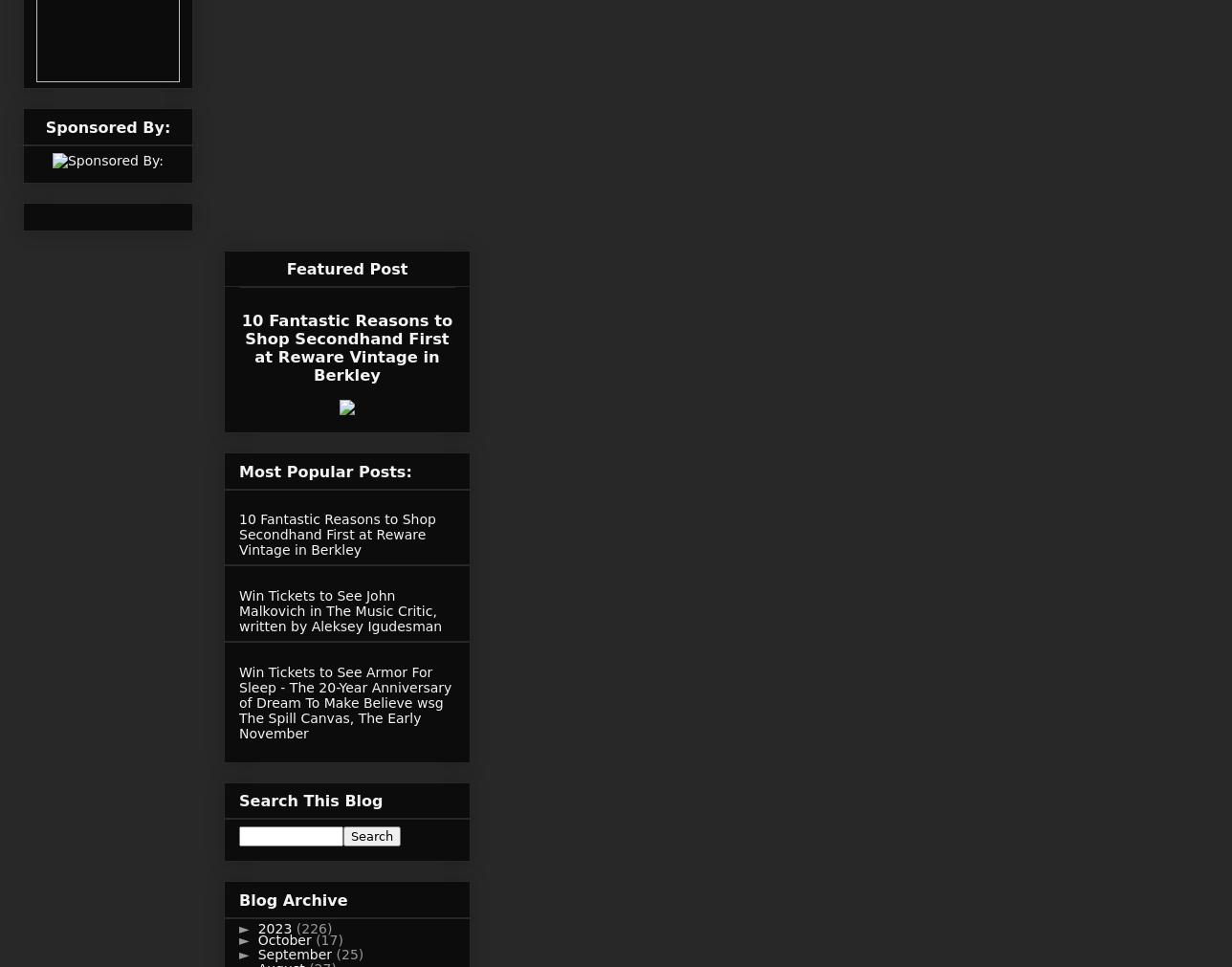  I want to click on 'September', so click(297, 954).